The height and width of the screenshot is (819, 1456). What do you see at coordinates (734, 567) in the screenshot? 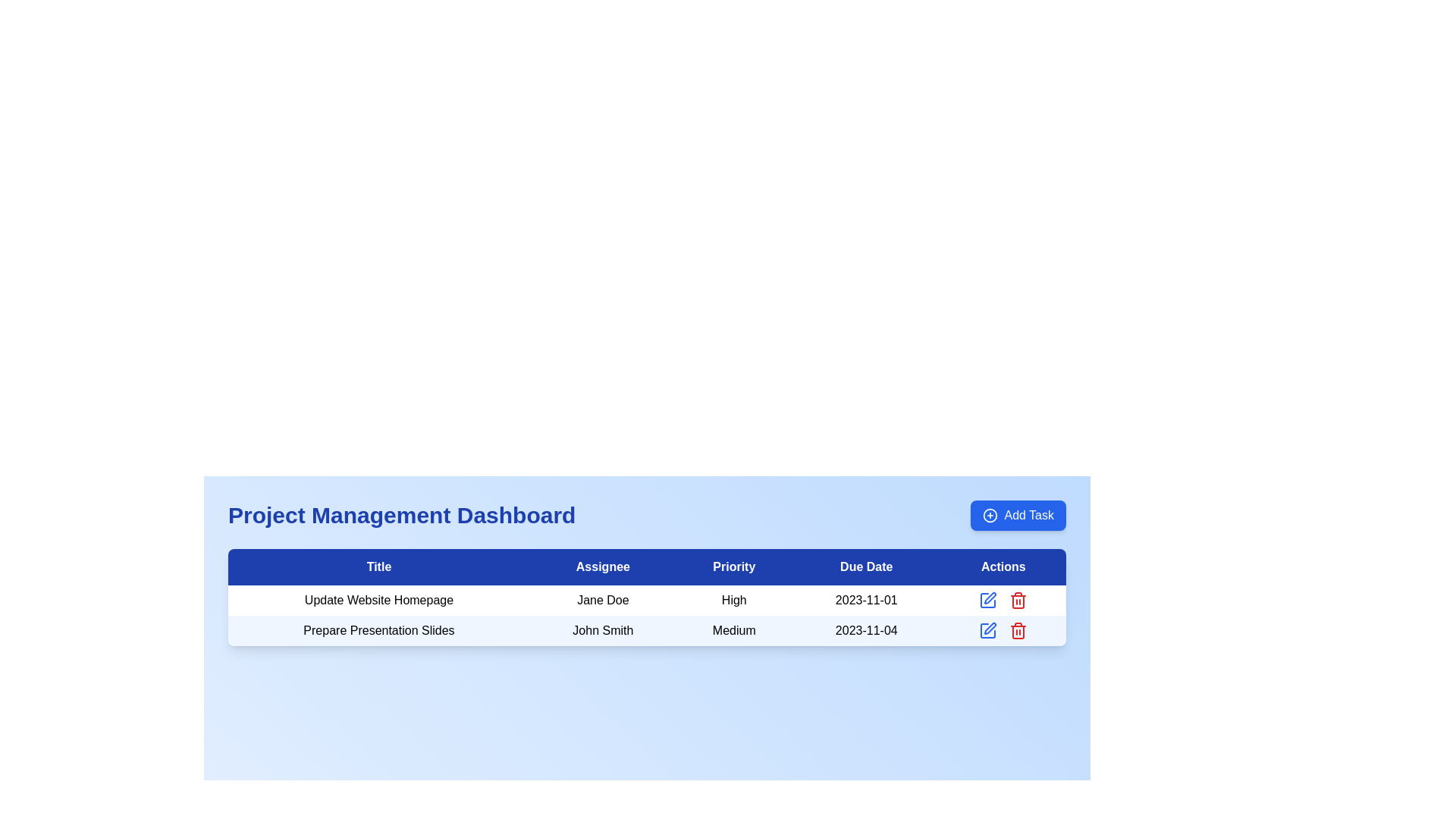
I see `the 'Priority' column header label, which is the third column in the table header row, positioned between 'Assignee' and 'Due Date'` at bounding box center [734, 567].